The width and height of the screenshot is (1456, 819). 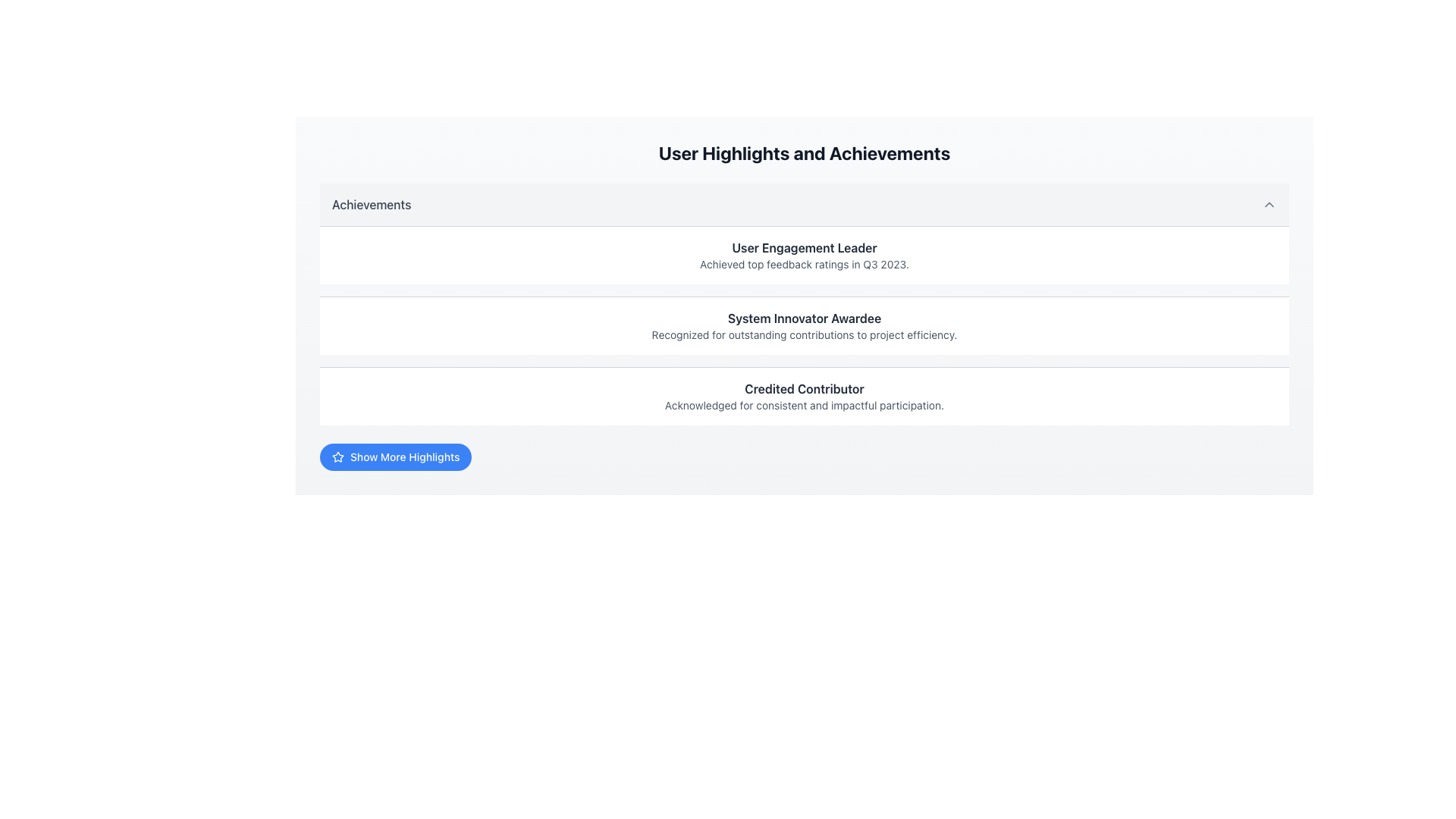 I want to click on the first informational card displaying a specific achievement or recognition detail in the 'User Highlights and Achievements' section, so click(x=803, y=253).